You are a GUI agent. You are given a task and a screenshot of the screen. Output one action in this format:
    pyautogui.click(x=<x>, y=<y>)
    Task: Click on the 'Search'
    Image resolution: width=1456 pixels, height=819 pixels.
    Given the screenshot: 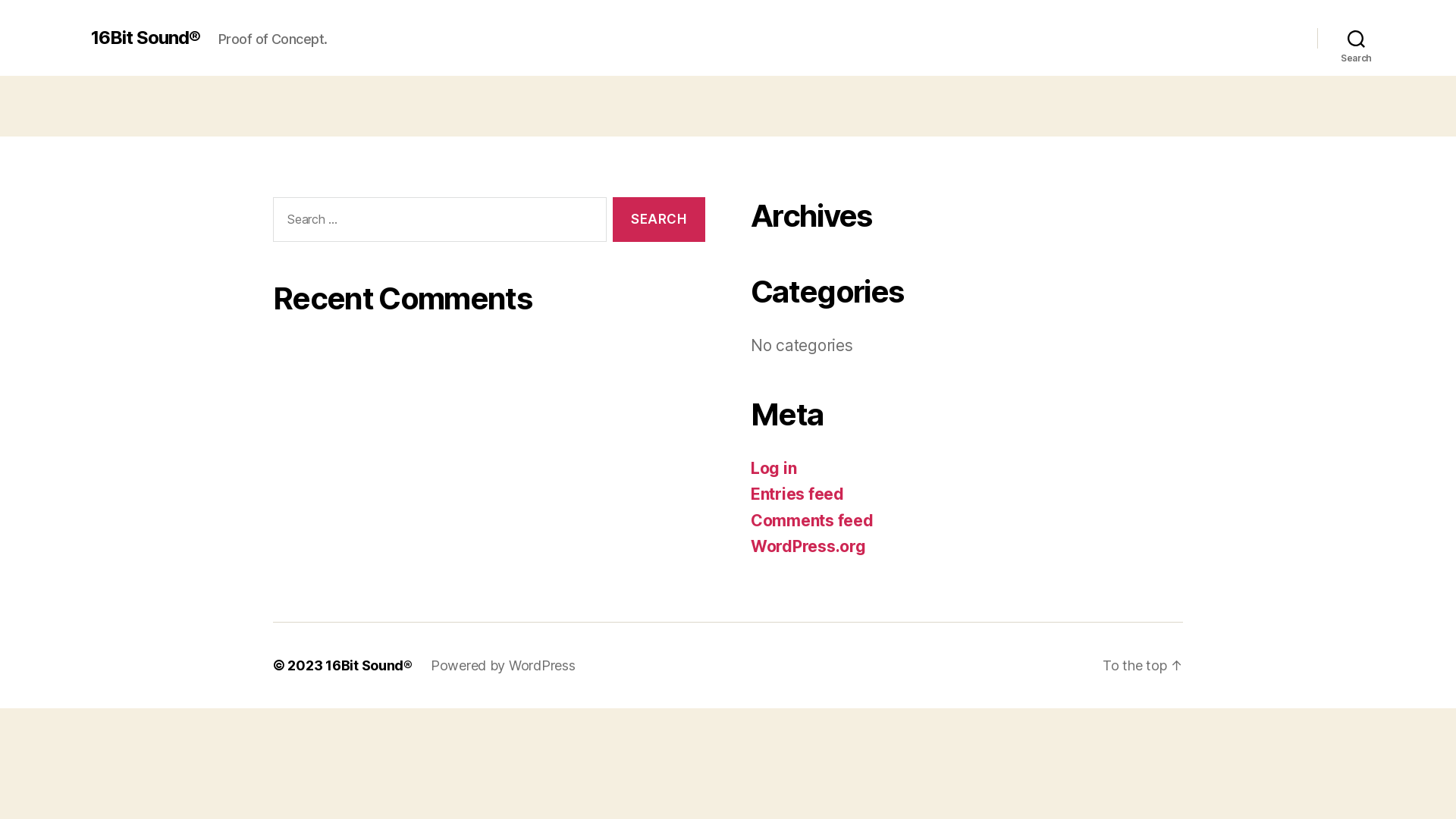 What is the action you would take?
    pyautogui.click(x=1316, y=37)
    